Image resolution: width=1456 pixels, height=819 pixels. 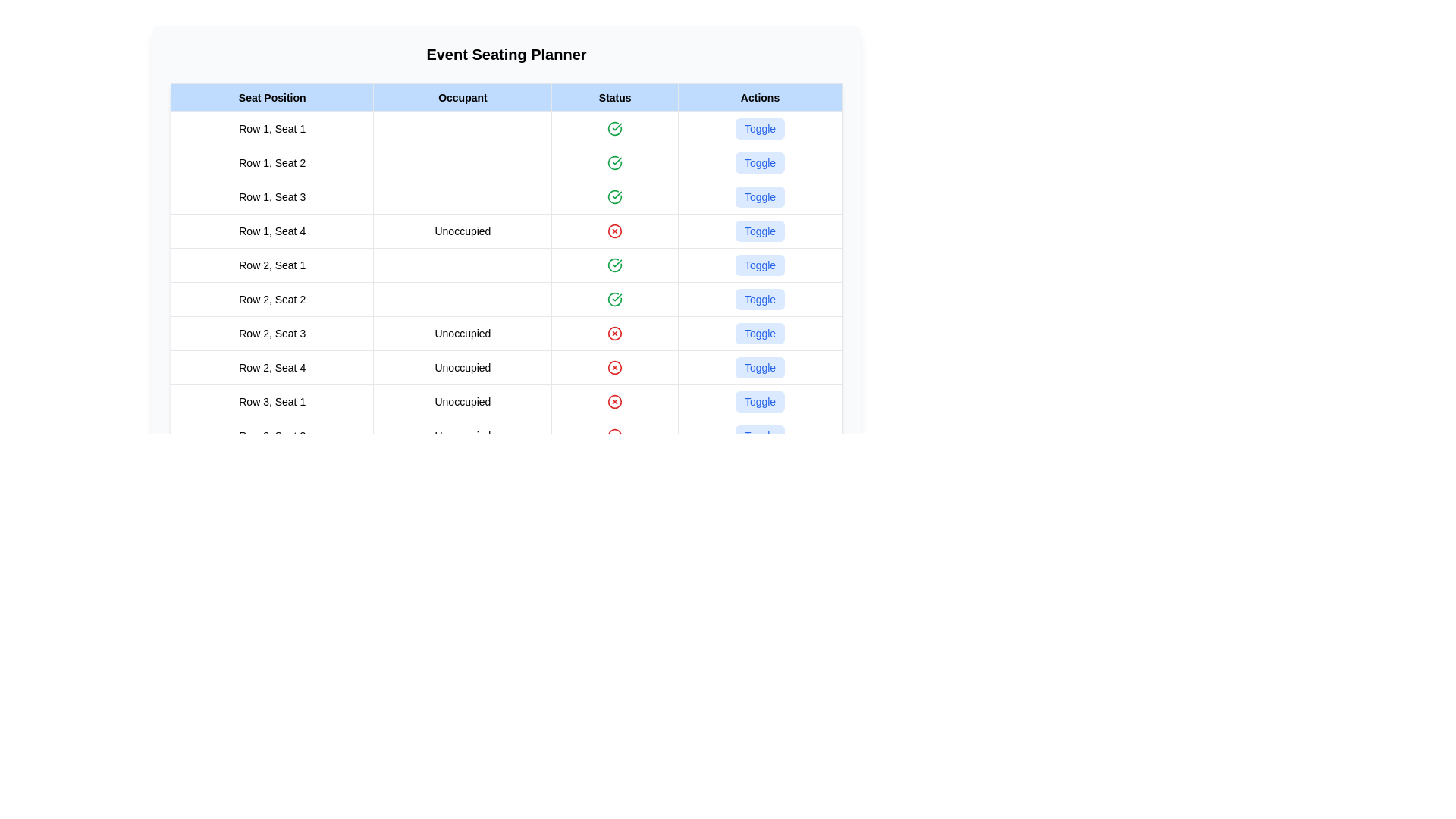 I want to click on on the first row of the event seating plan table, which includes information about Row 1, Seat 1, so click(x=506, y=127).